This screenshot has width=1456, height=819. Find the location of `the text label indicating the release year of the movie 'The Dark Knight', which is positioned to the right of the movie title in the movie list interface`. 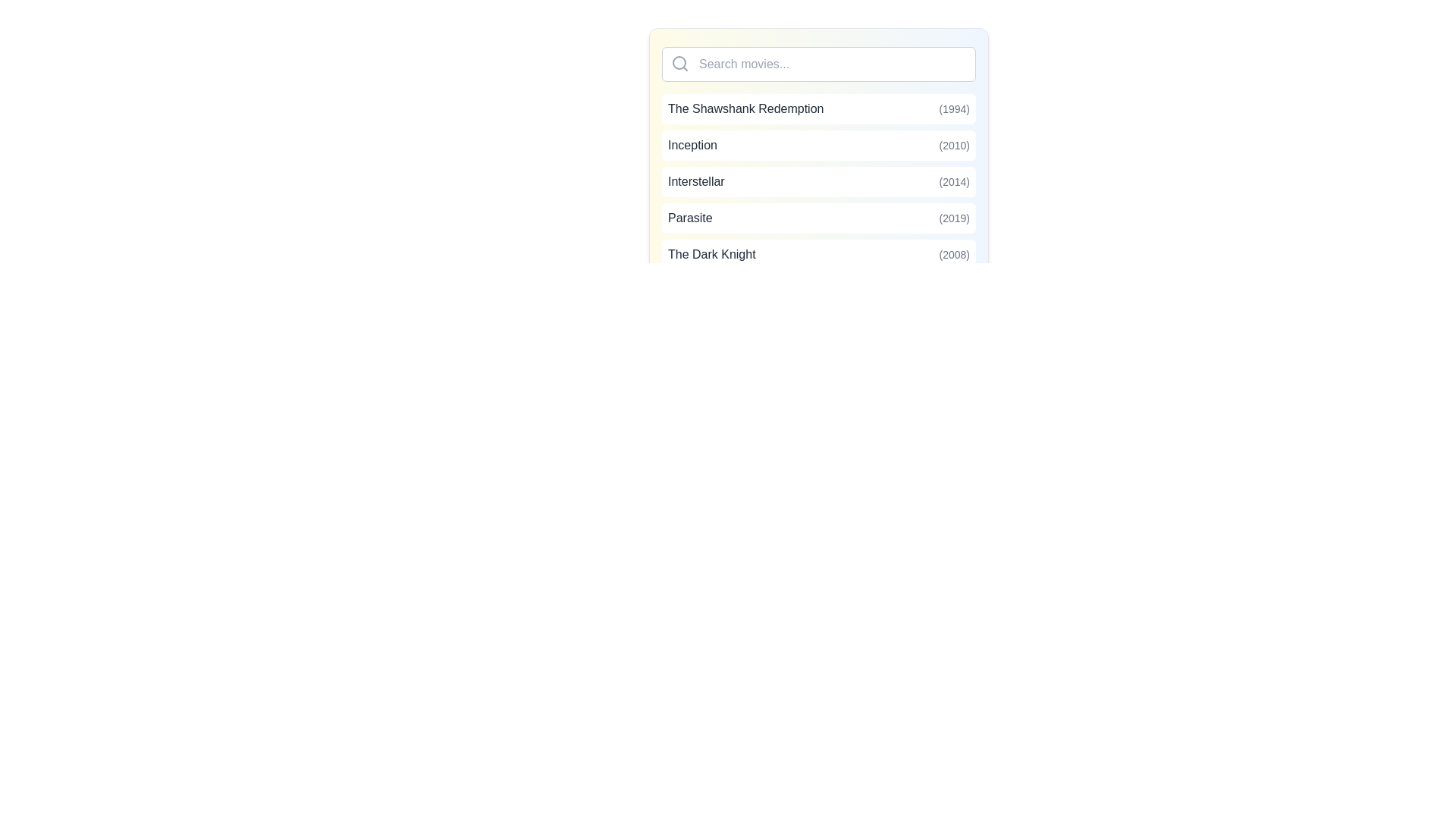

the text label indicating the release year of the movie 'The Dark Knight', which is positioned to the right of the movie title in the movie list interface is located at coordinates (953, 253).